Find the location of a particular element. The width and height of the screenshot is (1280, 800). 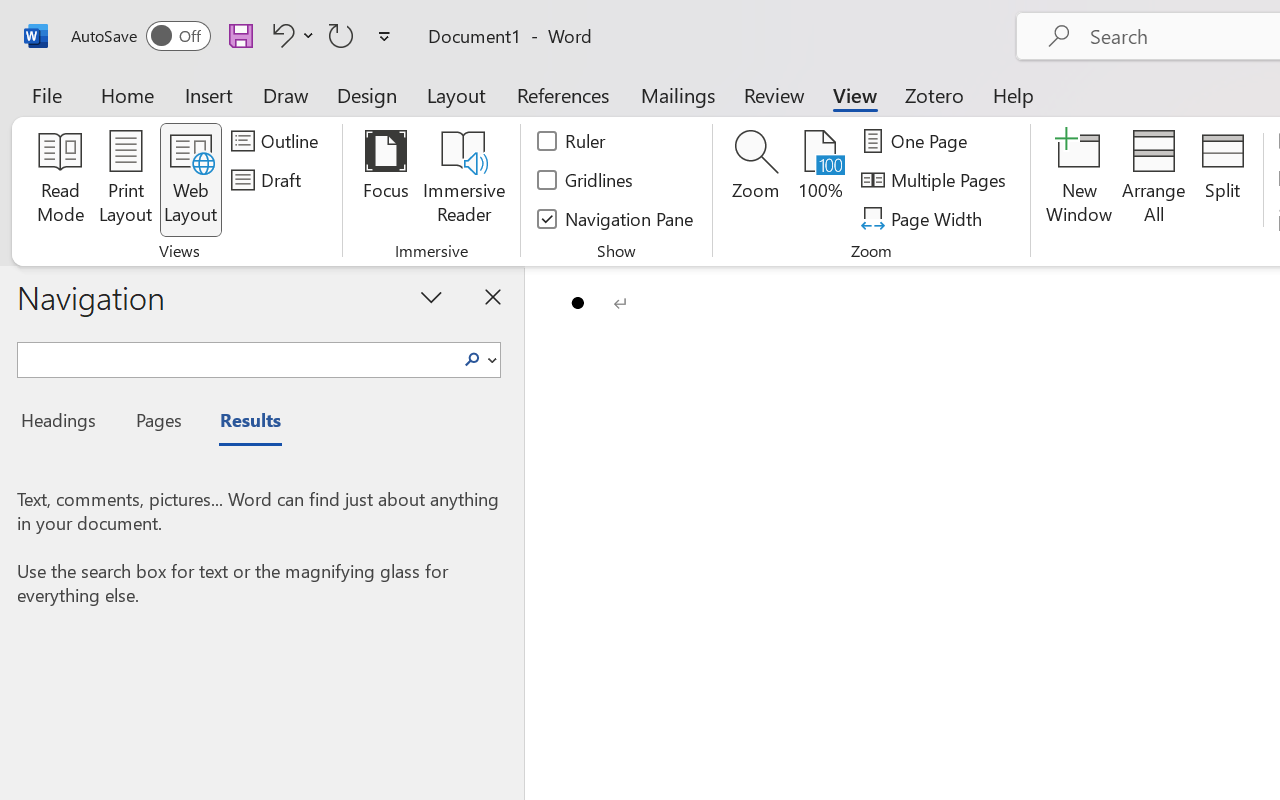

'One Page' is located at coordinates (916, 141).